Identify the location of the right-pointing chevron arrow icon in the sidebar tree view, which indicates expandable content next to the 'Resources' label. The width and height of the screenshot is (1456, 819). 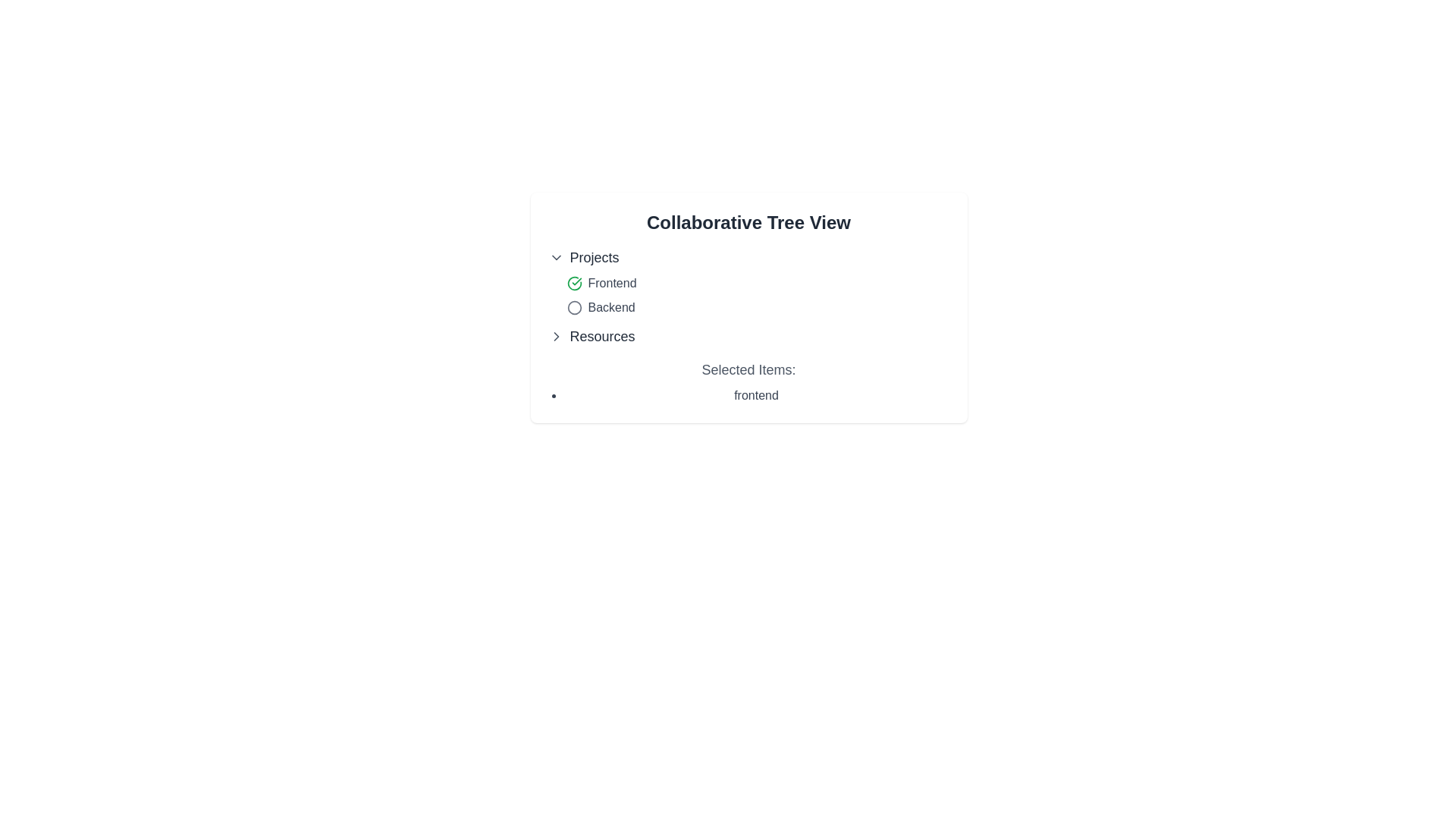
(555, 335).